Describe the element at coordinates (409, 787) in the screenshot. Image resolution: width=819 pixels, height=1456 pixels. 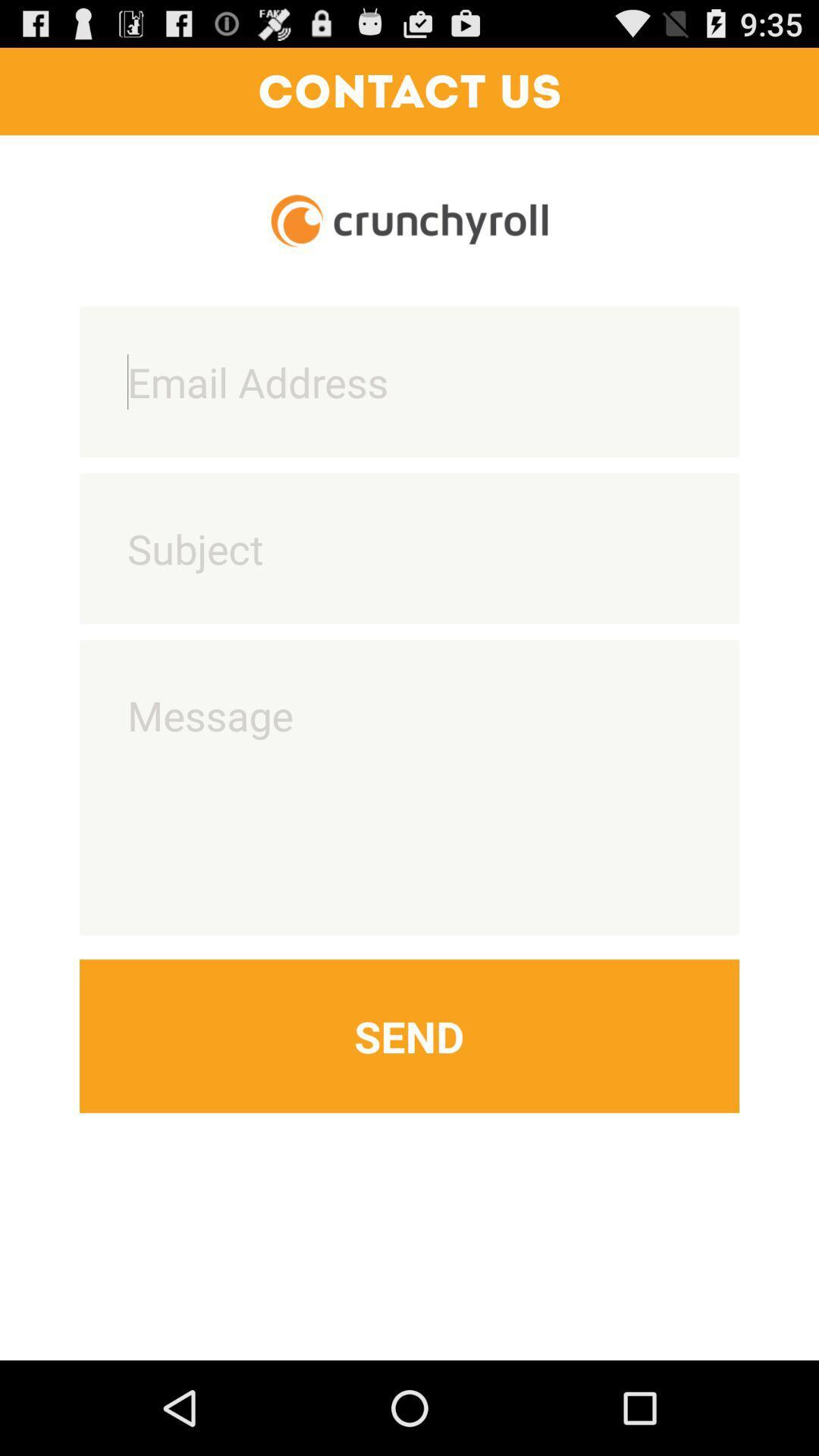
I see `write message` at that location.